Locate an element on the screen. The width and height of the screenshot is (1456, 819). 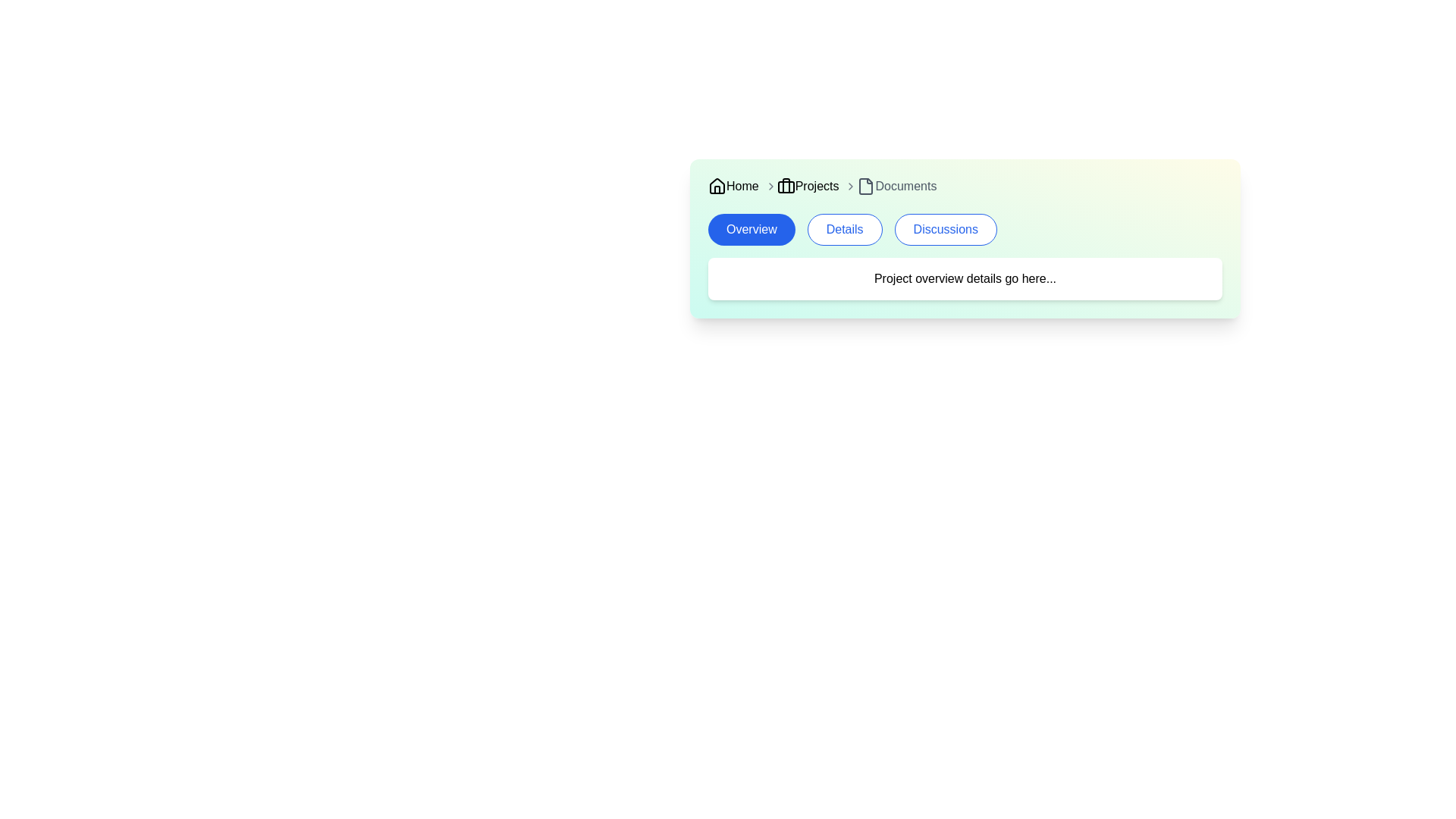
the home navigation icon in the breadcrumb navigation bar is located at coordinates (716, 185).